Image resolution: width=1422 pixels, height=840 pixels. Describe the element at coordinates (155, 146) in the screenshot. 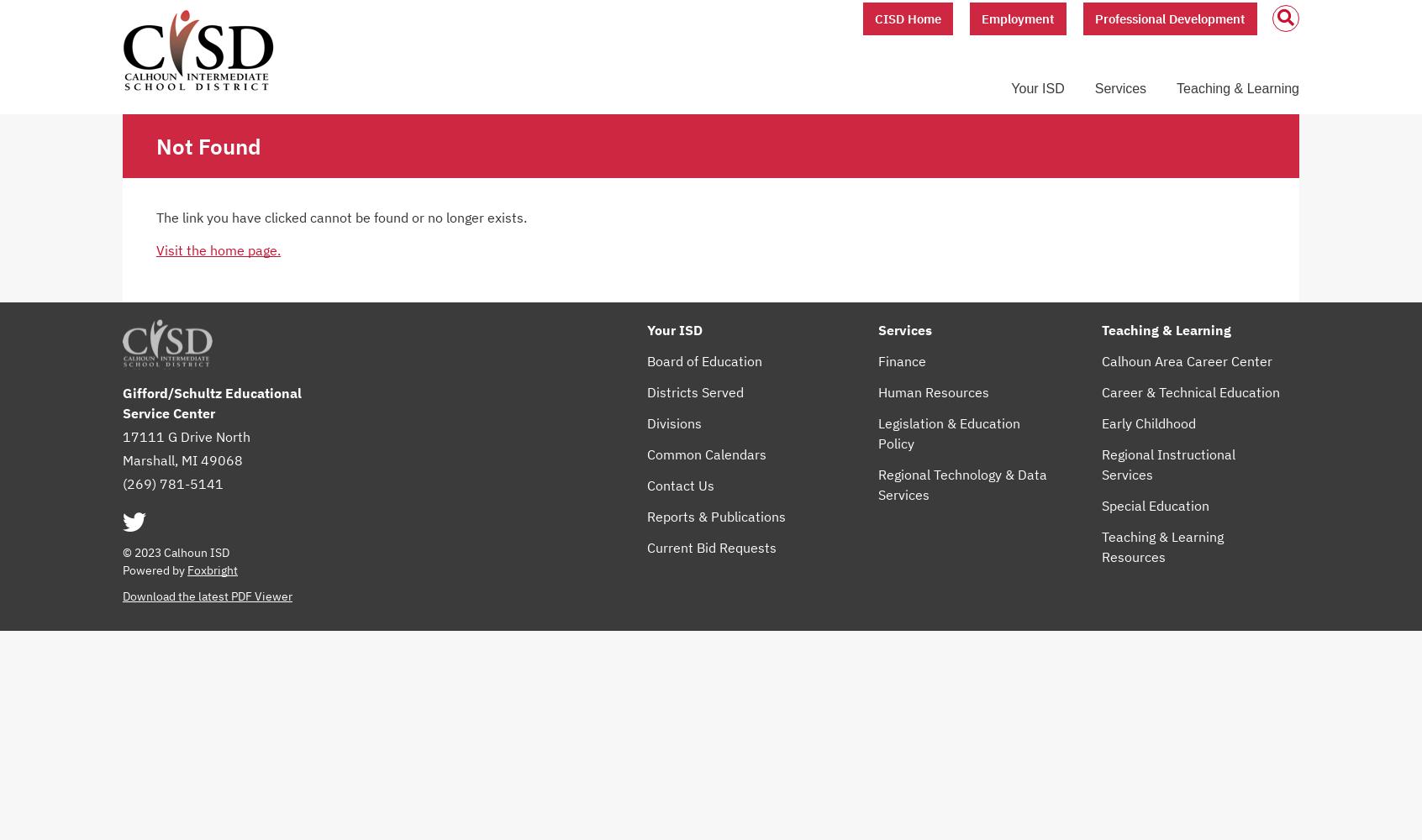

I see `'Not Found'` at that location.